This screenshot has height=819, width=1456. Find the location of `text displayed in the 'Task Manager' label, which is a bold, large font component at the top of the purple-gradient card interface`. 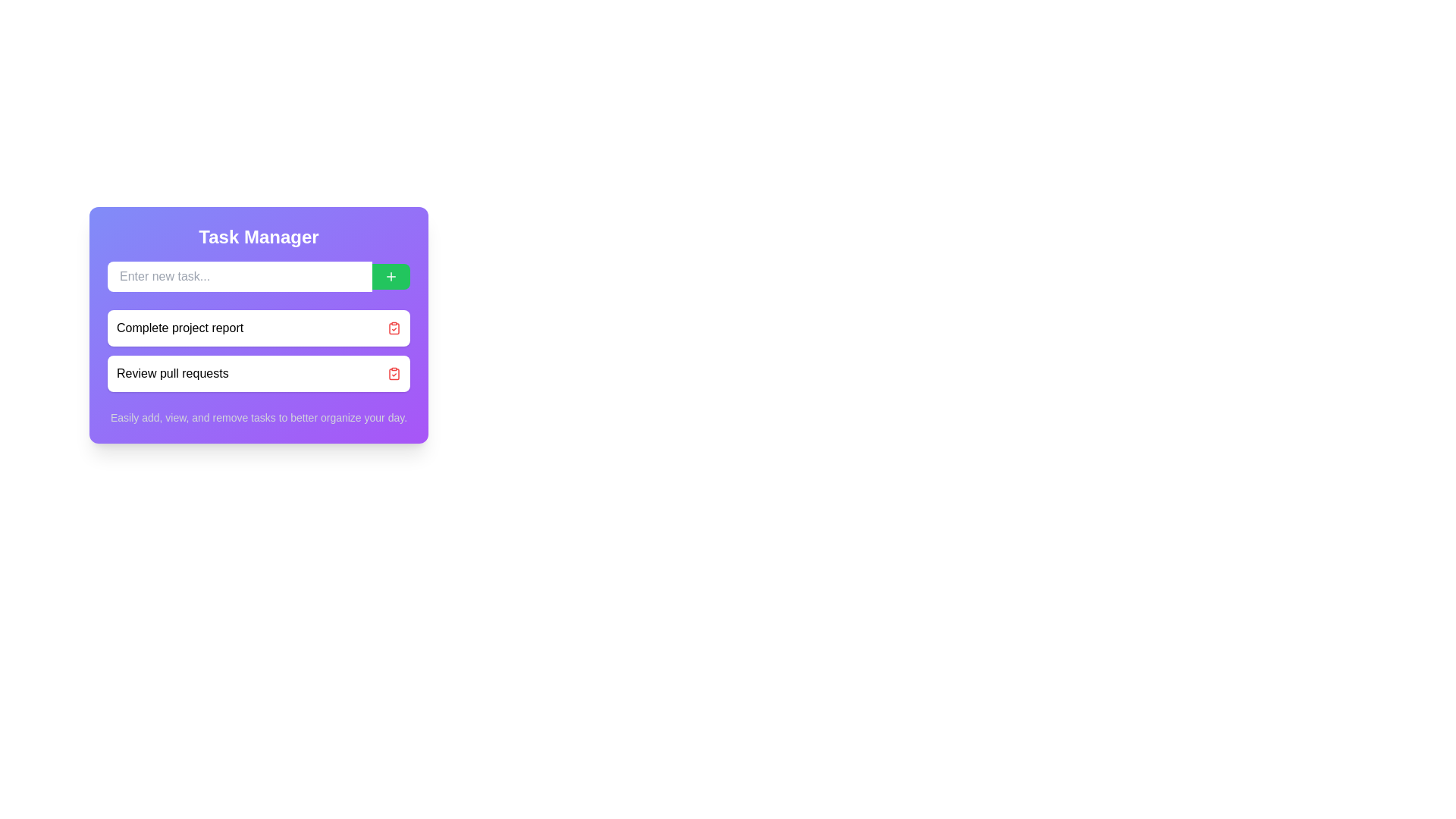

text displayed in the 'Task Manager' label, which is a bold, large font component at the top of the purple-gradient card interface is located at coordinates (259, 237).